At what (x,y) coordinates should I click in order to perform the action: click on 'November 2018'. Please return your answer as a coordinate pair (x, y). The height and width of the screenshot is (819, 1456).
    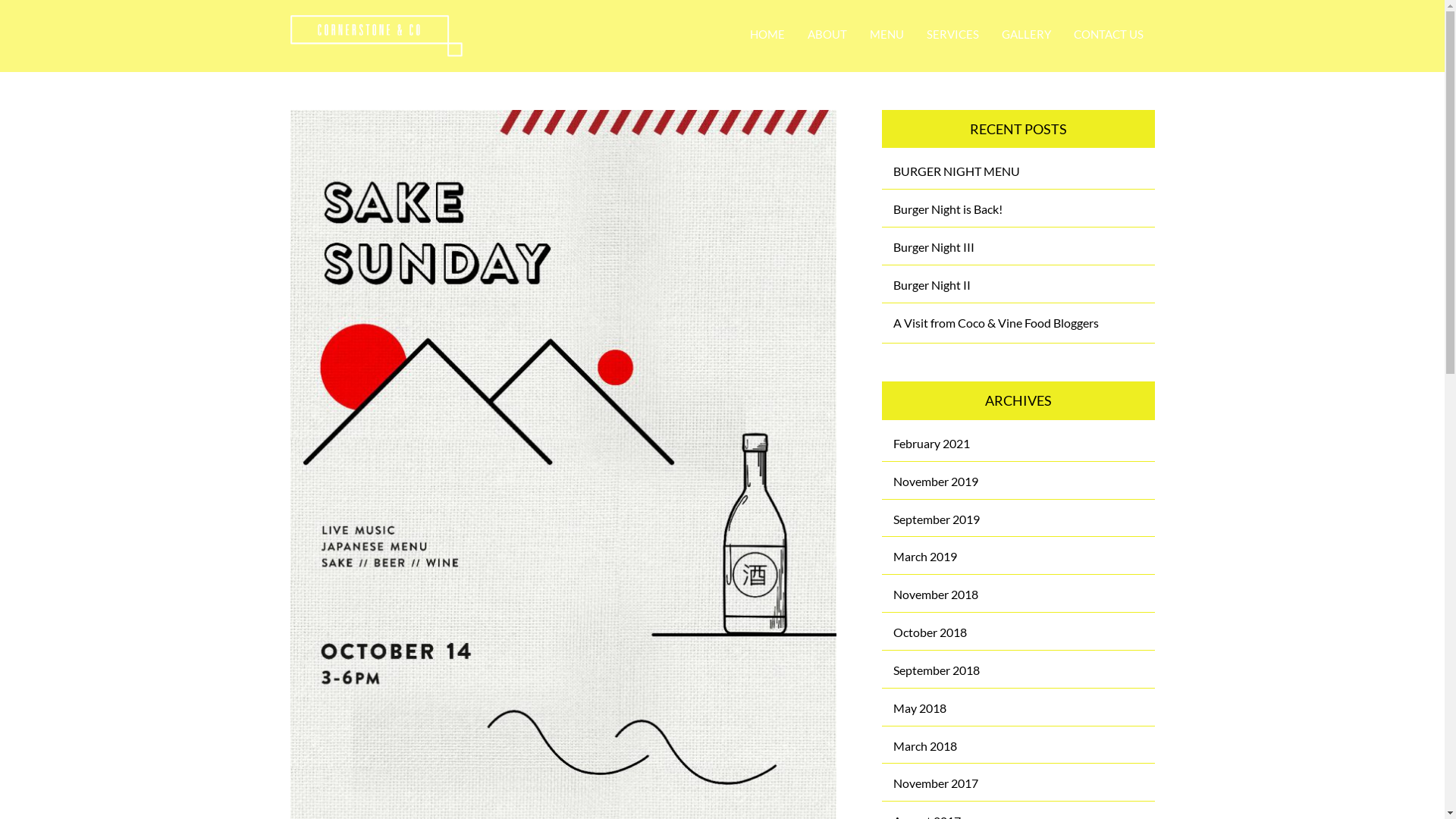
    Looking at the image, I should click on (934, 593).